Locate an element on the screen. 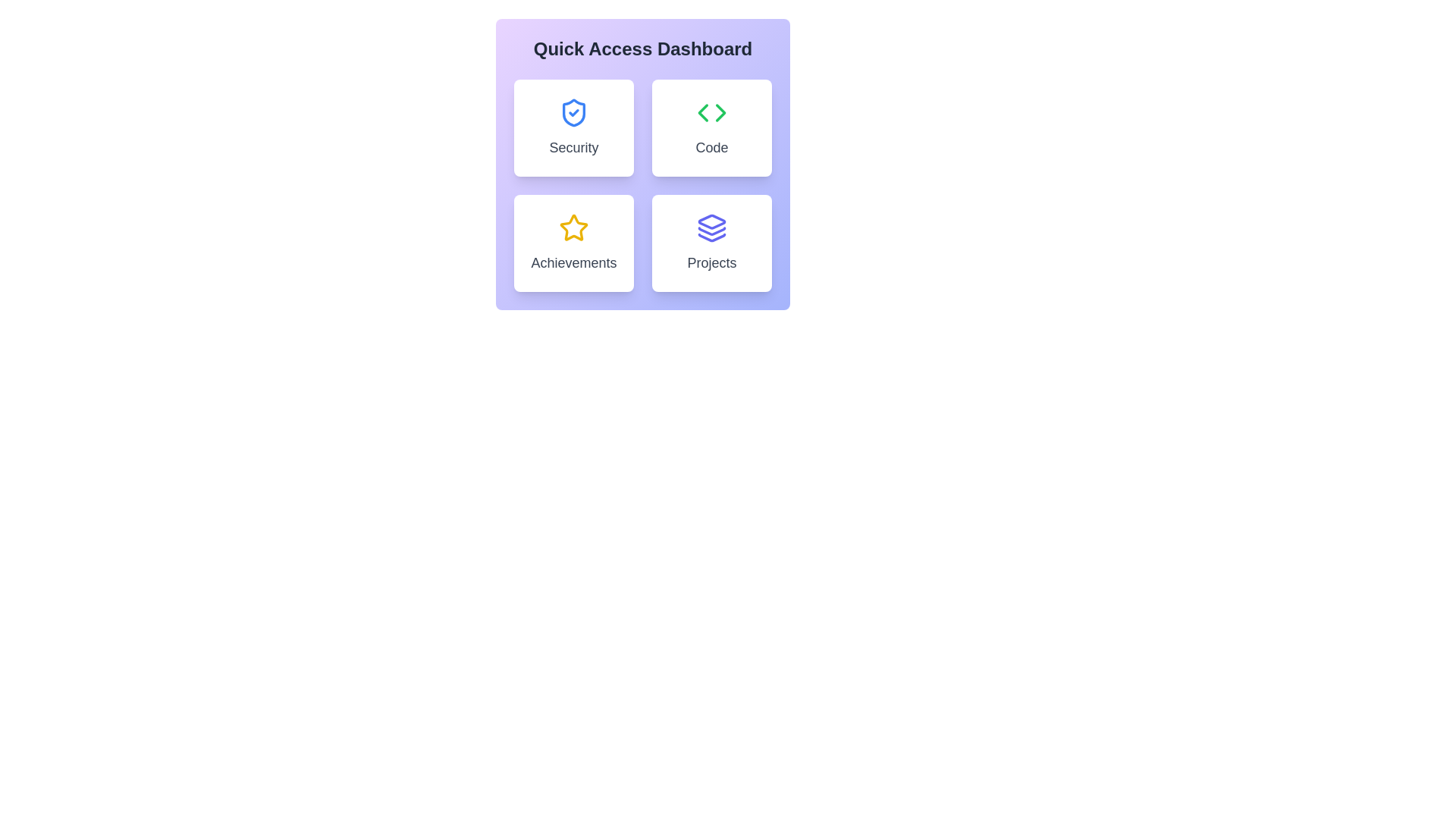 This screenshot has height=819, width=1456. the 'Achievements' link, which is a medium-sized gray text label located below the yellow star icon in the bottom-left quadrant of the card layout in the 'Quick Access Dashboard' is located at coordinates (573, 262).